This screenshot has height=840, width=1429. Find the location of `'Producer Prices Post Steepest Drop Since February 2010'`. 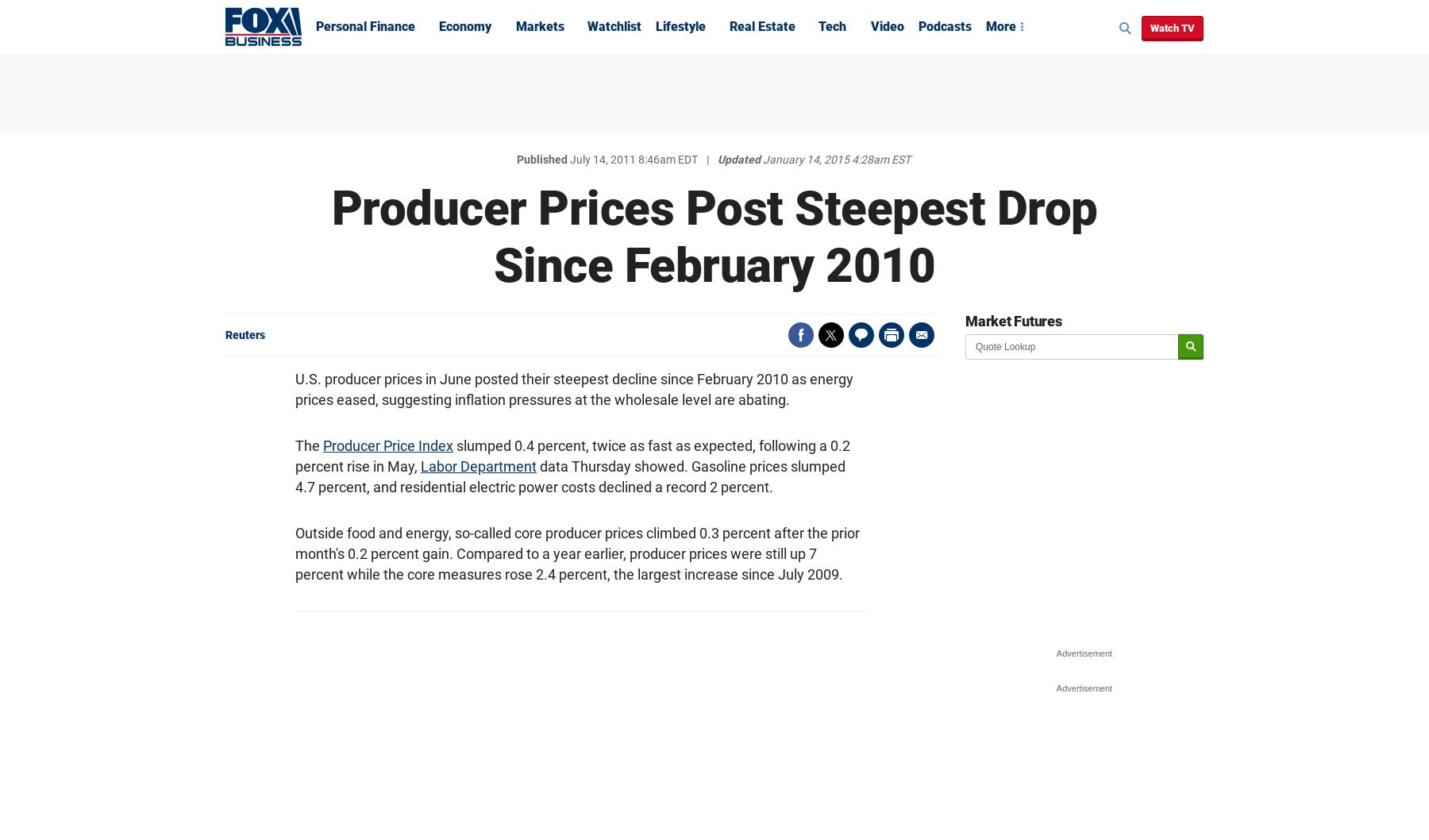

'Producer Prices Post Steepest Drop Since February 2010' is located at coordinates (331, 236).